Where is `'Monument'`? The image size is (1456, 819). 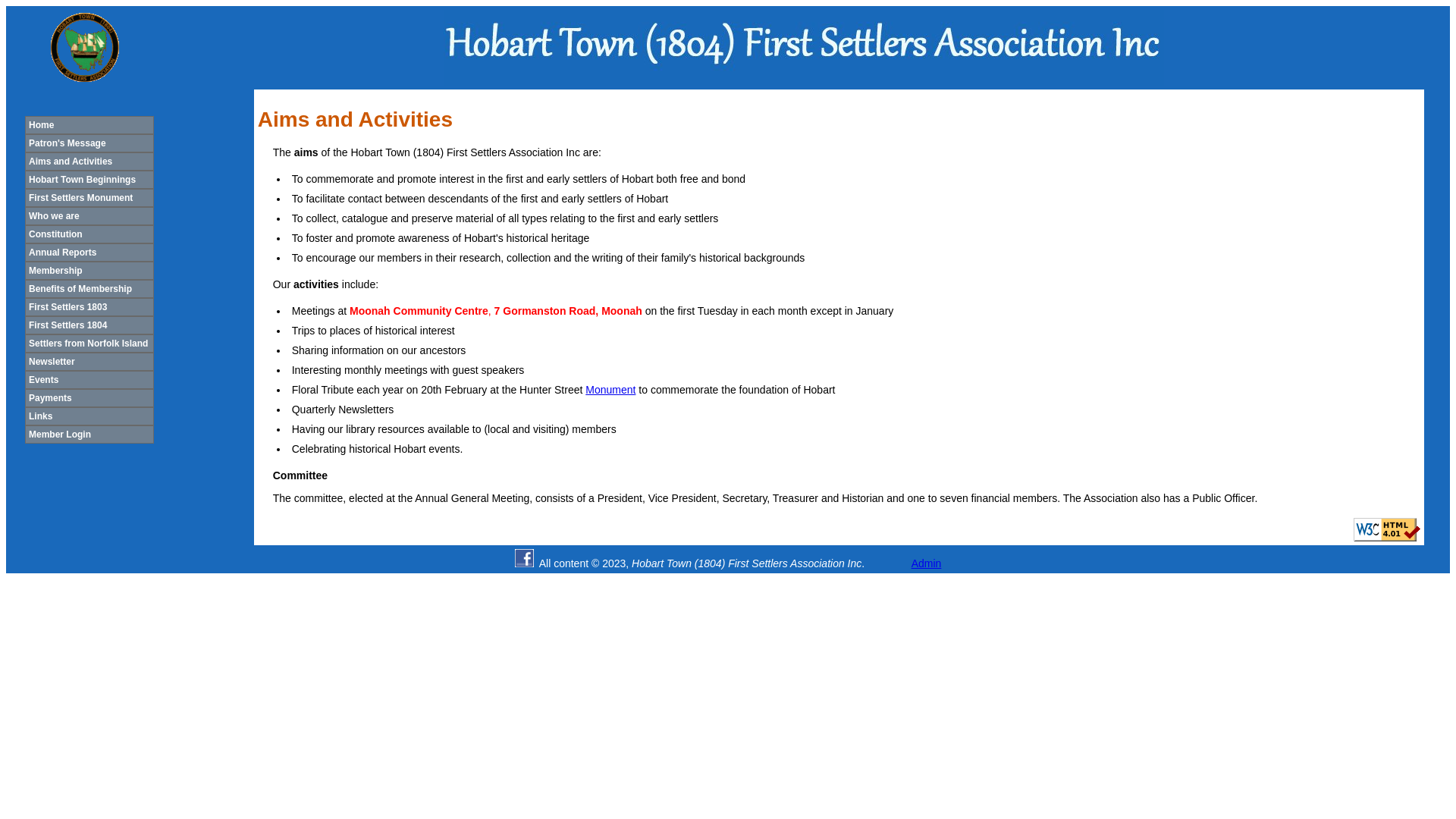 'Monument' is located at coordinates (585, 388).